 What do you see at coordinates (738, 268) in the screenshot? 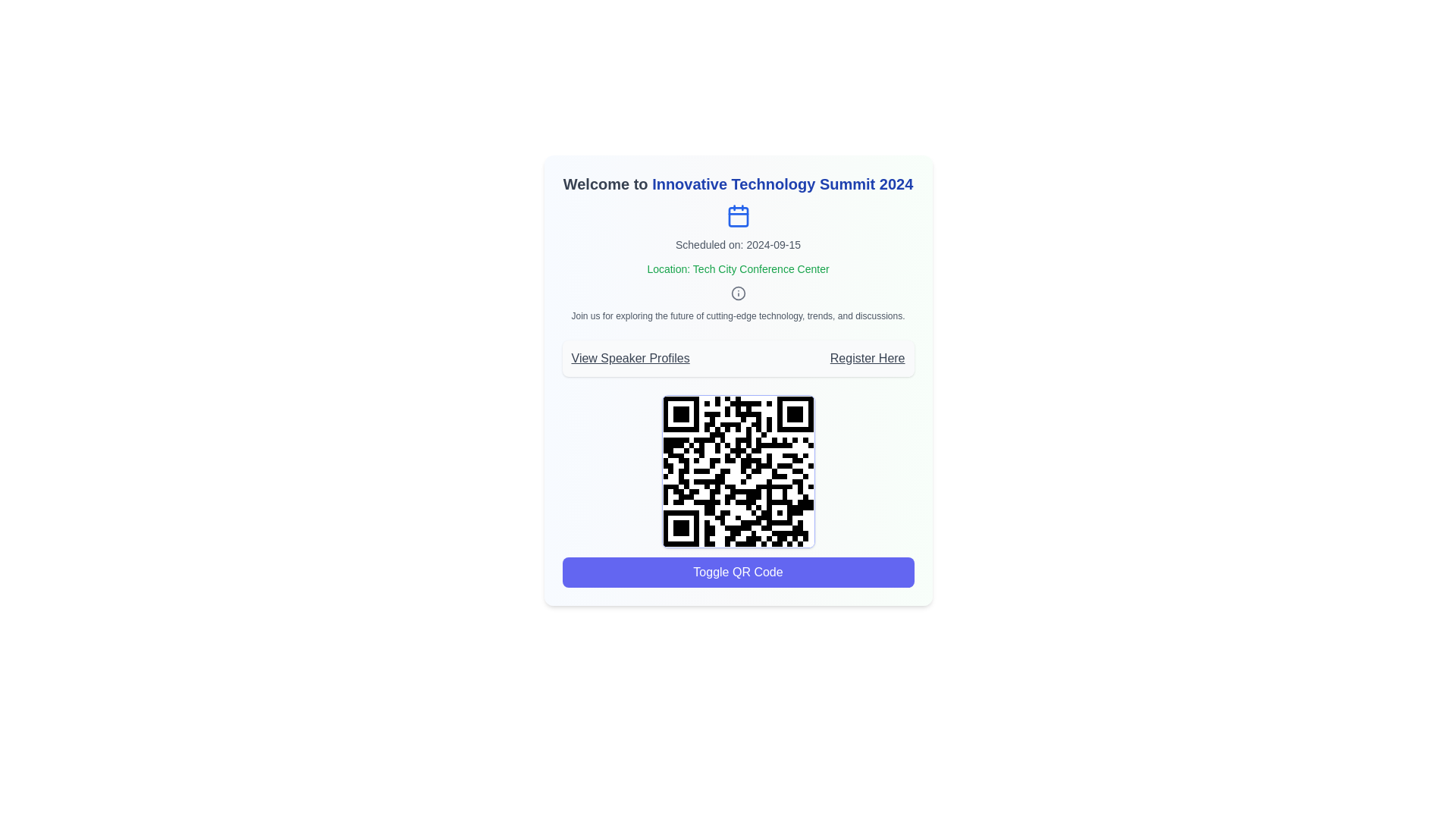
I see `text label that informs the user about the venue of the event, located below the header and date, and above the informational icon` at bounding box center [738, 268].